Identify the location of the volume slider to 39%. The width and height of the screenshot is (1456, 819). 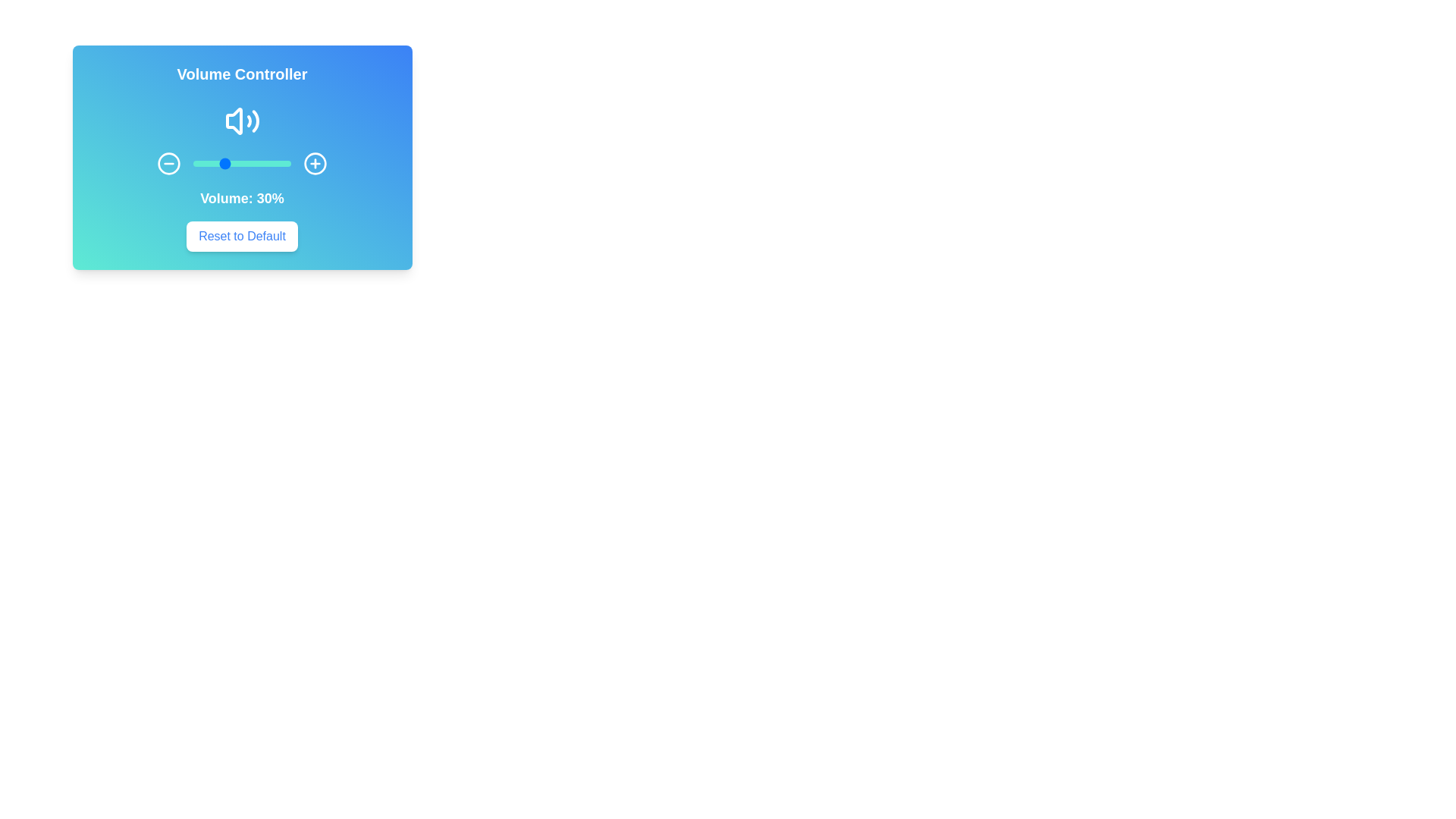
(231, 164).